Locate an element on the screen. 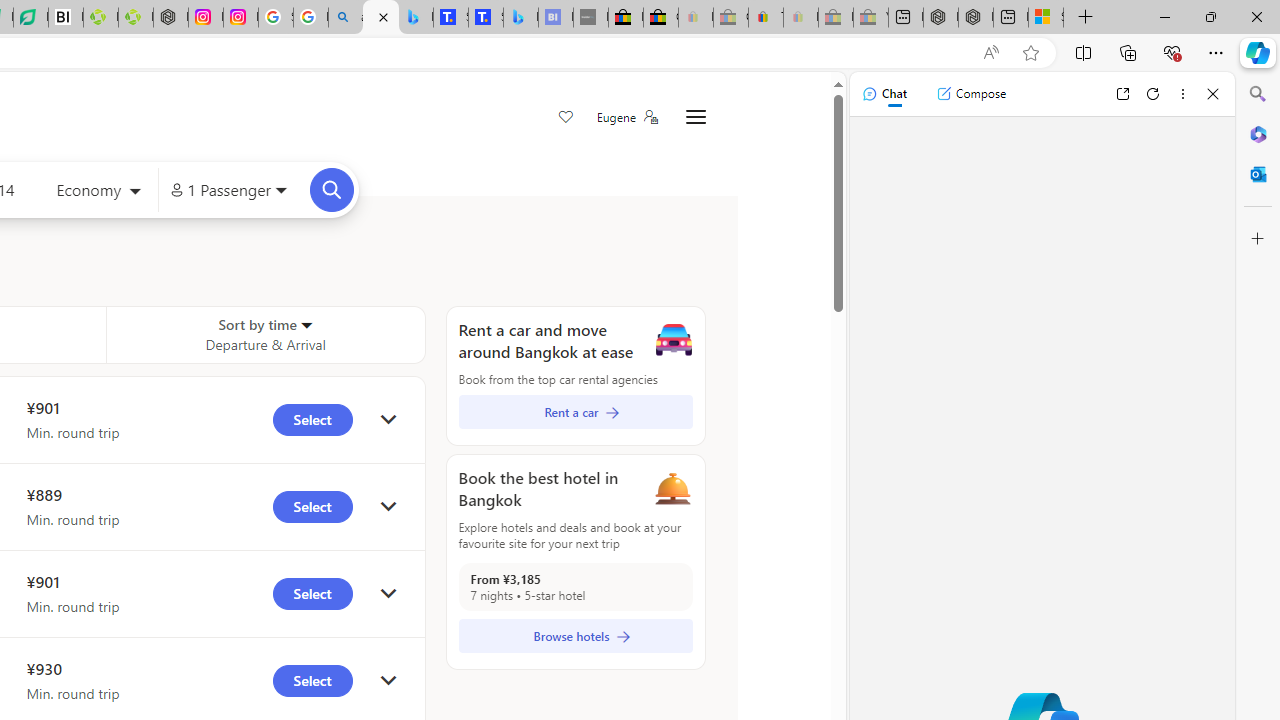  'Open link in new tab' is located at coordinates (1122, 93).